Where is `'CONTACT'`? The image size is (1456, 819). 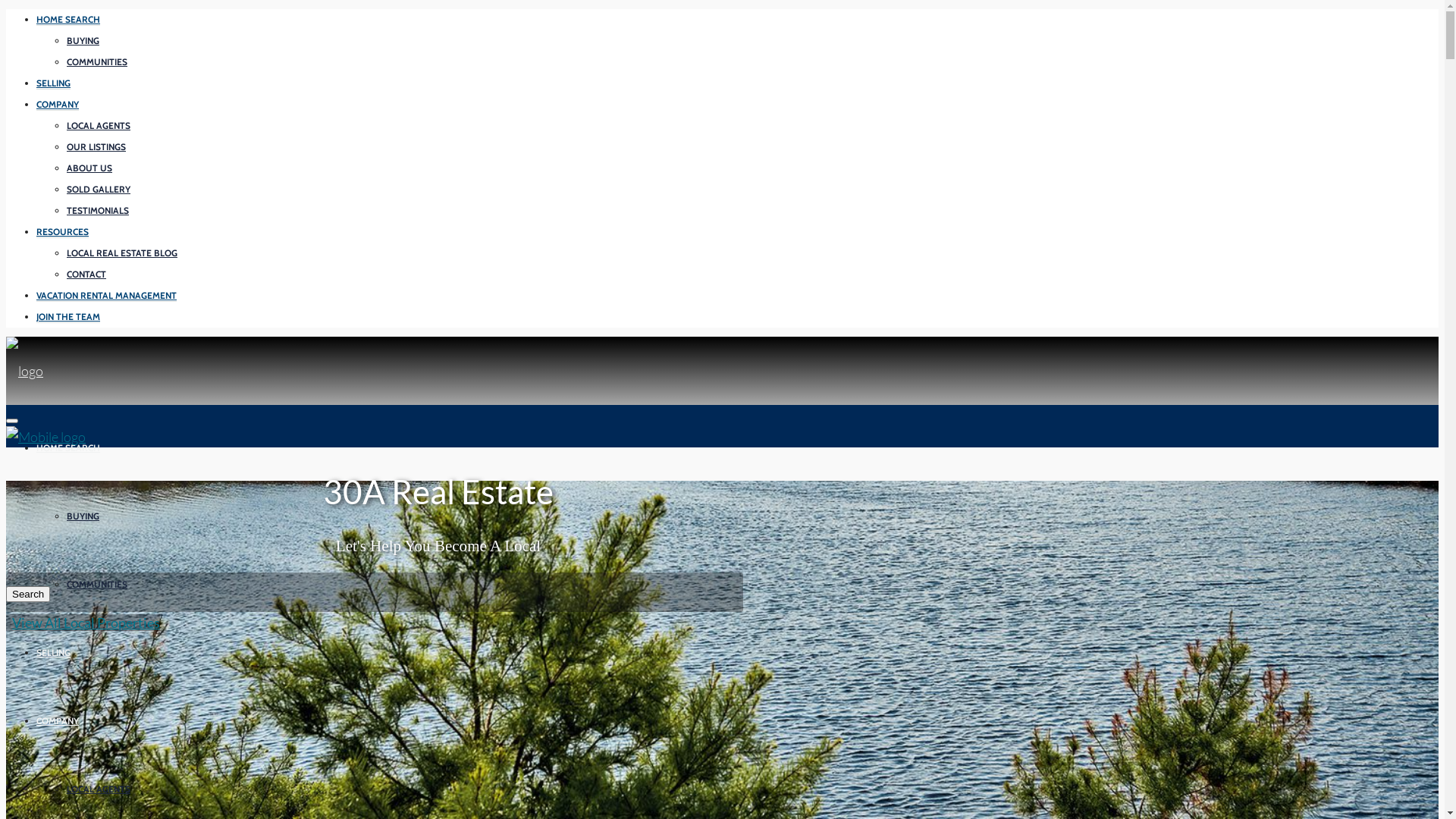 'CONTACT' is located at coordinates (86, 275).